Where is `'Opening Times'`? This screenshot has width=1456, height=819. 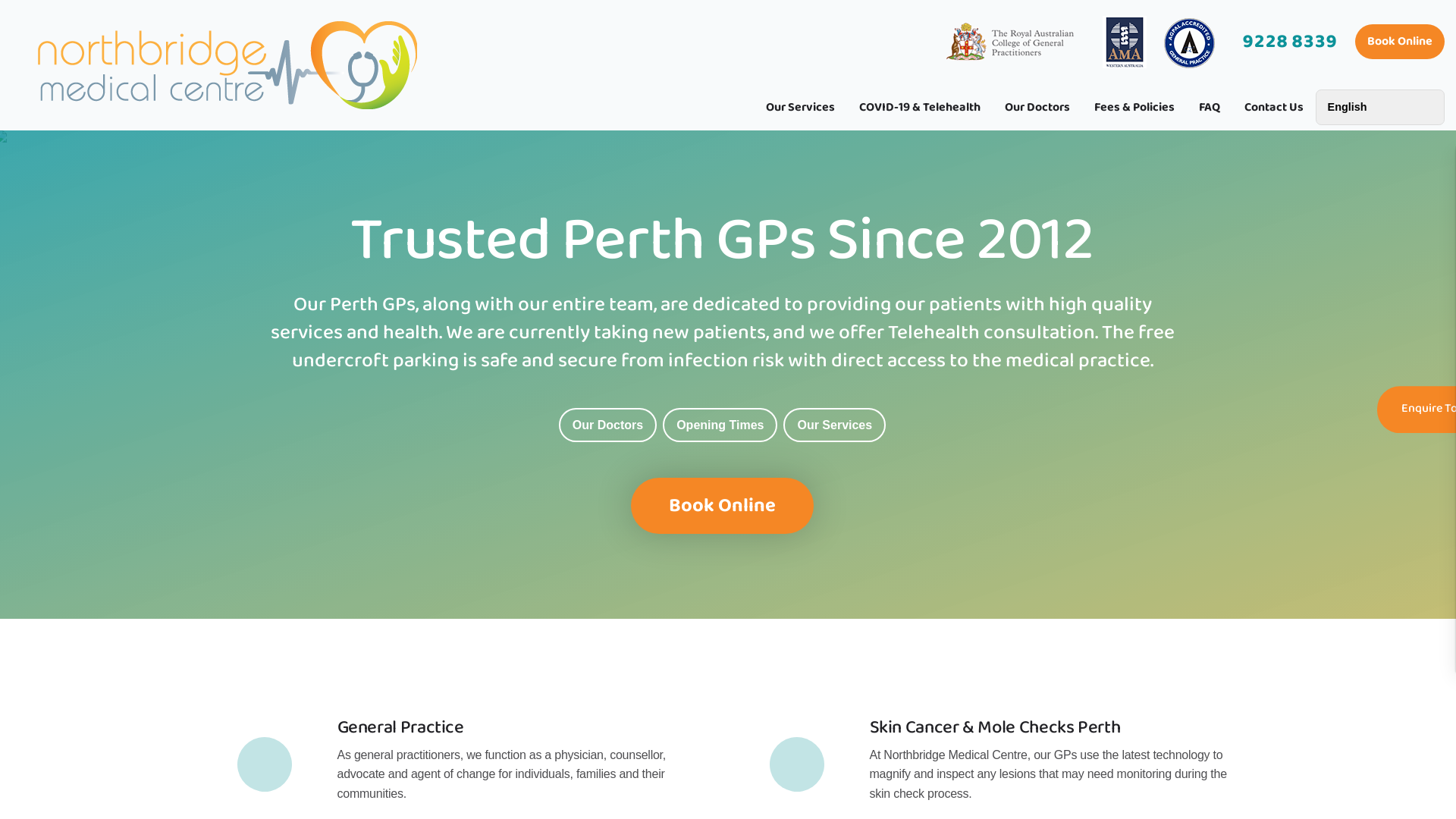 'Opening Times' is located at coordinates (719, 425).